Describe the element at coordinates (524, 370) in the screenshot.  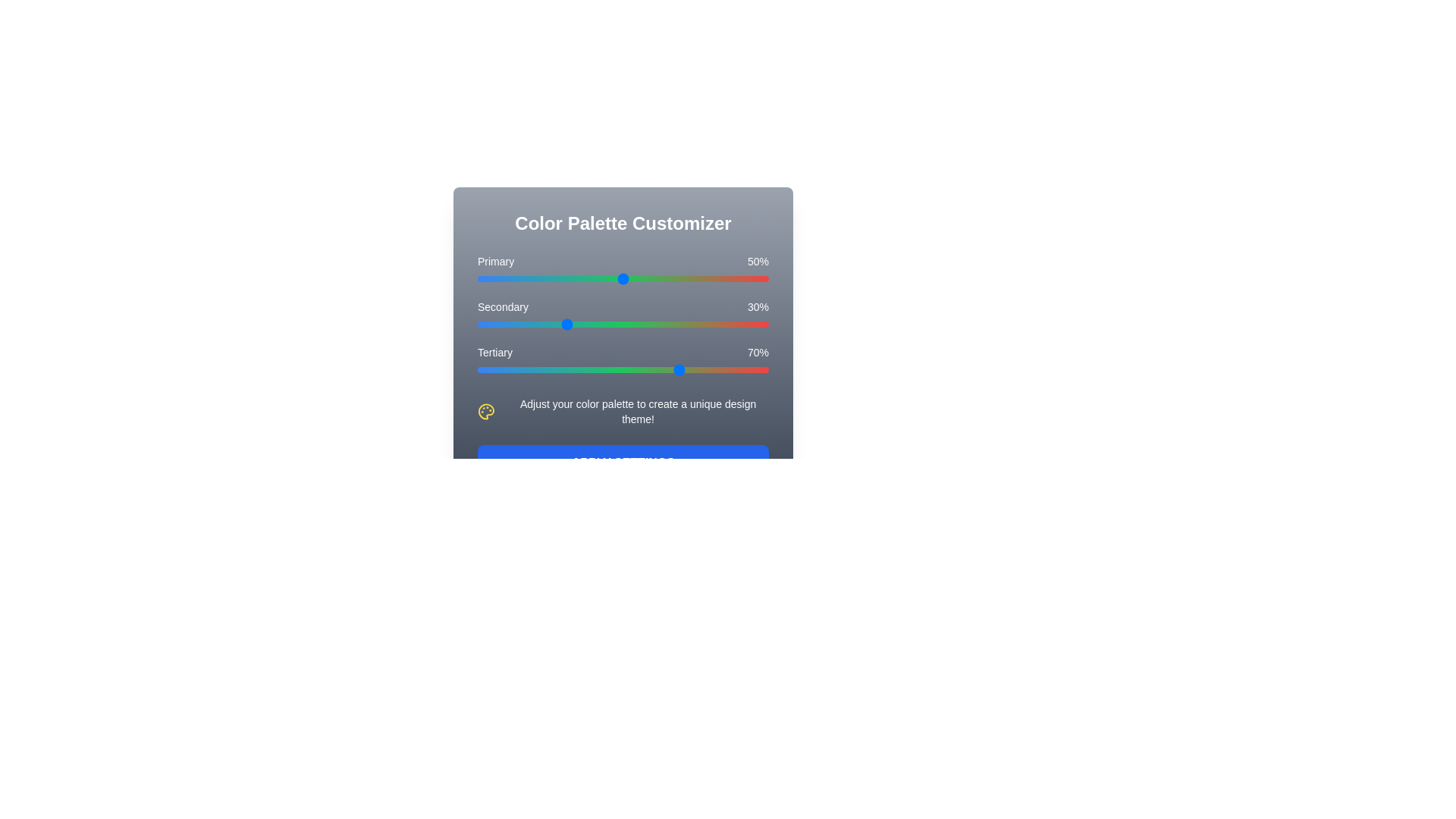
I see `the tertiary color value` at that location.